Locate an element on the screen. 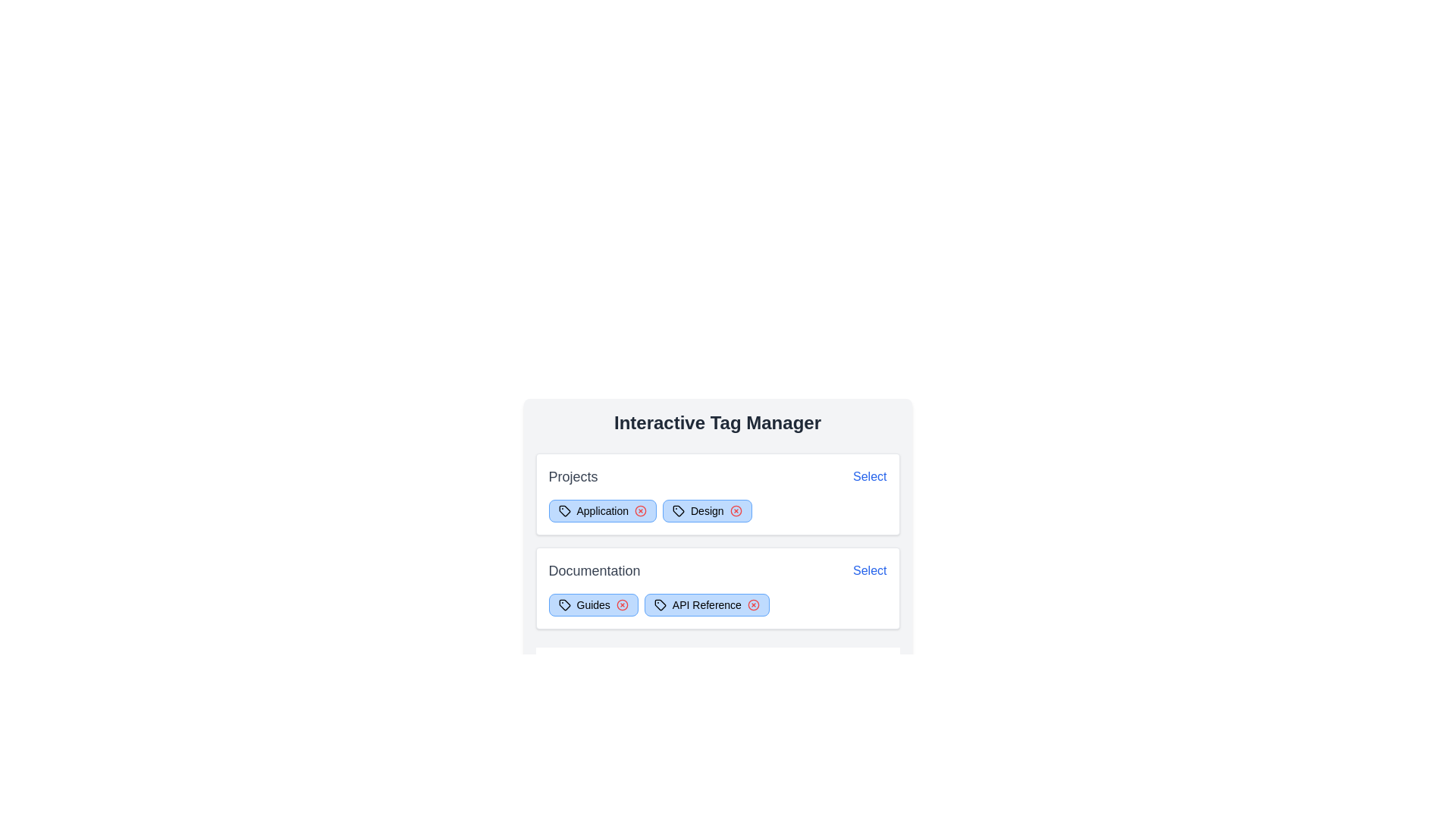  the text label that indicates a category or topic, positioned in the second row below the 'Interactive Tag Manager' heading, to the left of the 'Select' button is located at coordinates (594, 570).